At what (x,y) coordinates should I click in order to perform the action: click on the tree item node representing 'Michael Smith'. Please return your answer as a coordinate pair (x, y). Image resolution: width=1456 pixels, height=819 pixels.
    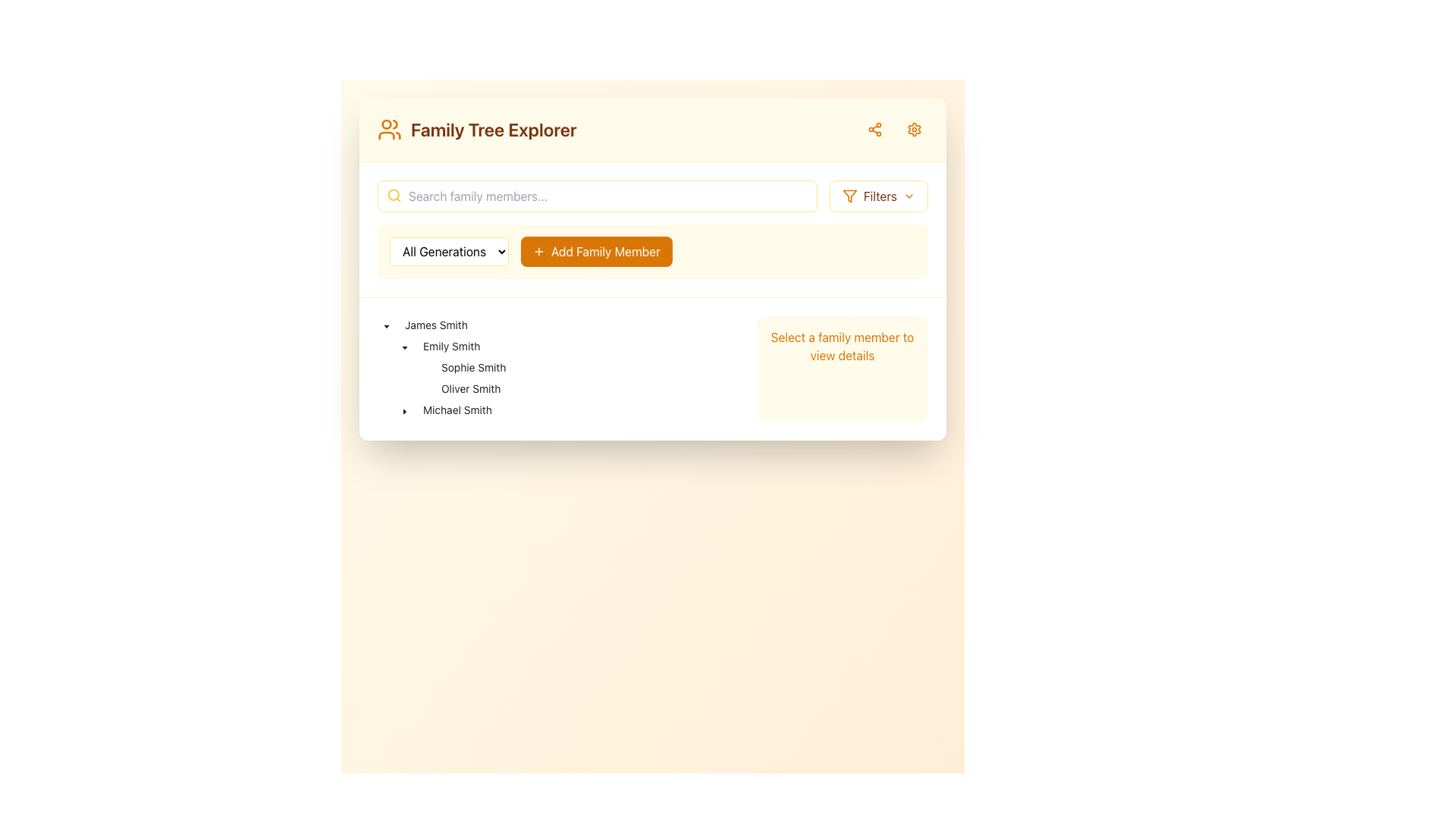
    Looking at the image, I should click on (437, 409).